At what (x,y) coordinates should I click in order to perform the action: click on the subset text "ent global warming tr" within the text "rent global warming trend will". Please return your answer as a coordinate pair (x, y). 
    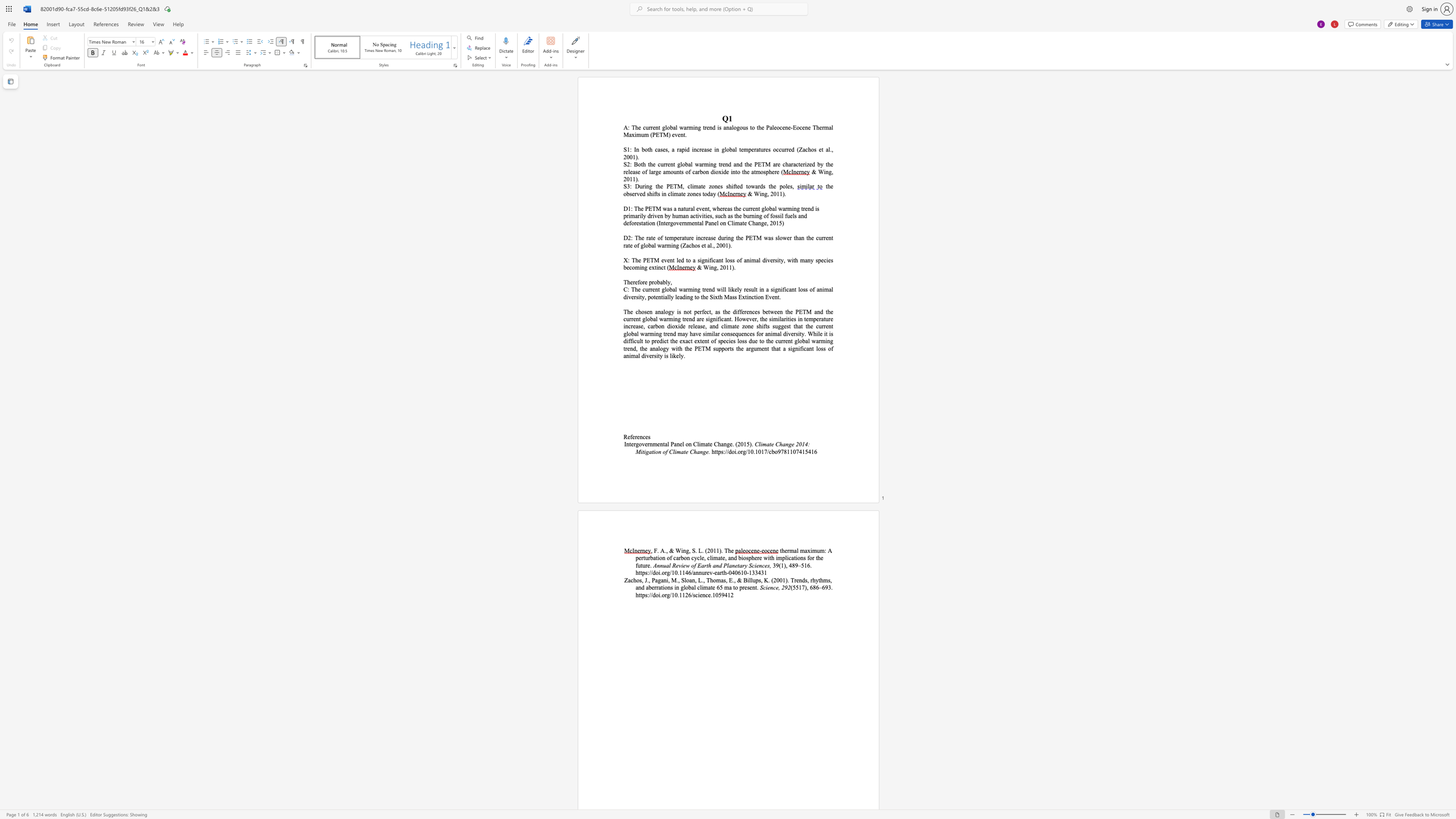
    Looking at the image, I should click on (652, 289).